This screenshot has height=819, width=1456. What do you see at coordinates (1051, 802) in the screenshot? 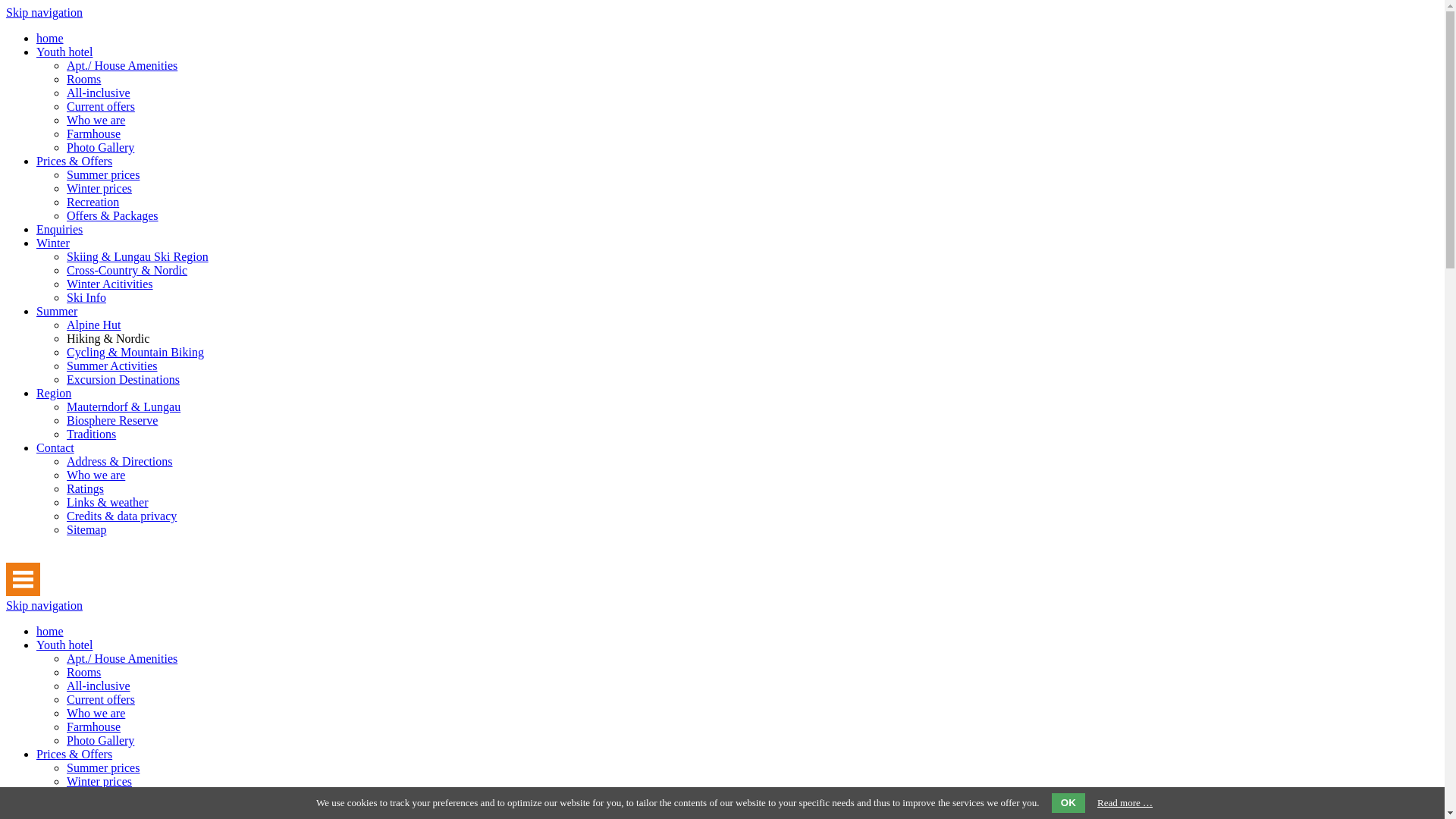
I see `'OK'` at bounding box center [1051, 802].